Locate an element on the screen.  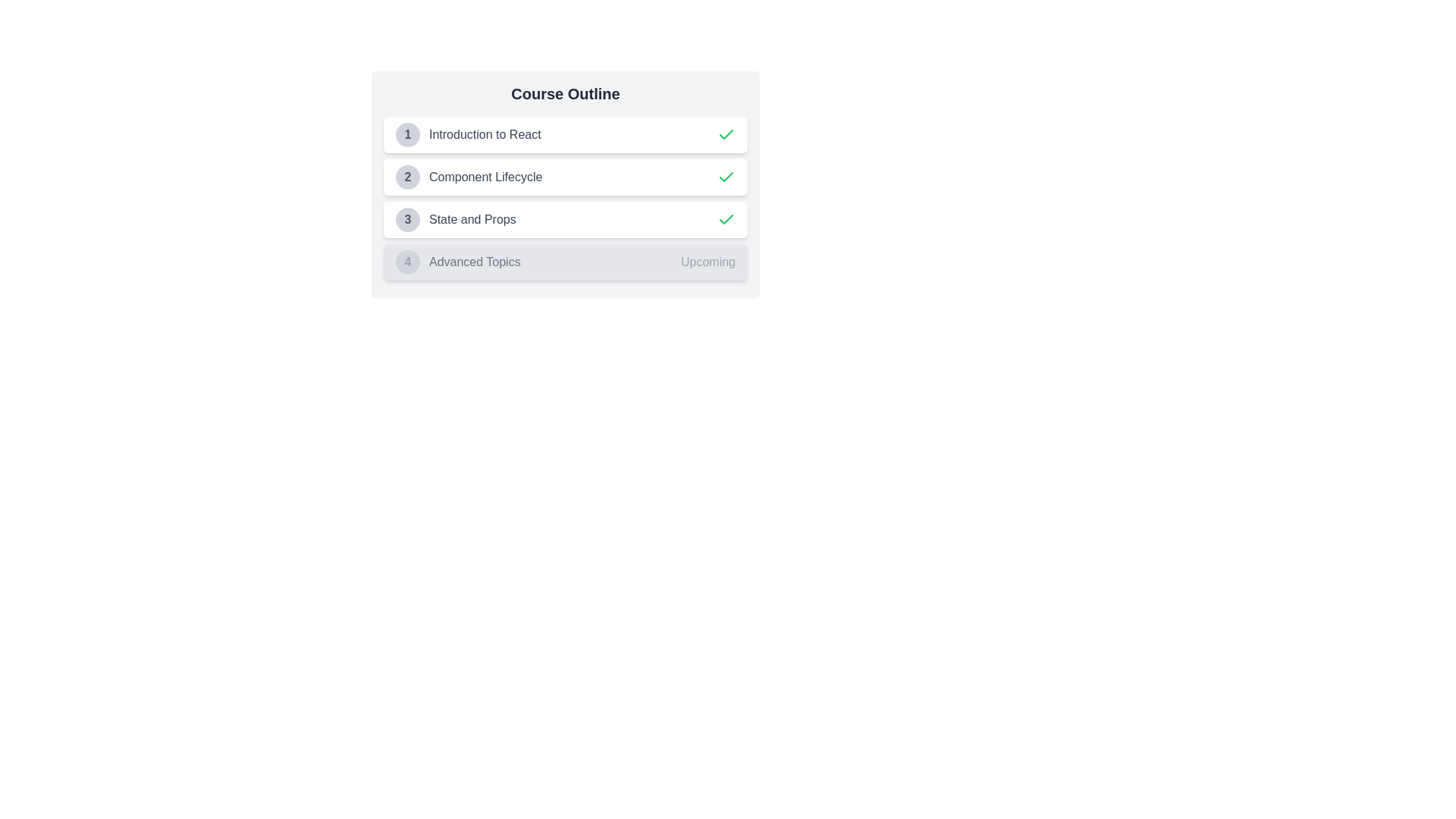
the 'State and Props' list item which is the third item in the Course Outline, featuring a bold number '3' in a circular gray background and a text label in lighter gray is located at coordinates (455, 219).